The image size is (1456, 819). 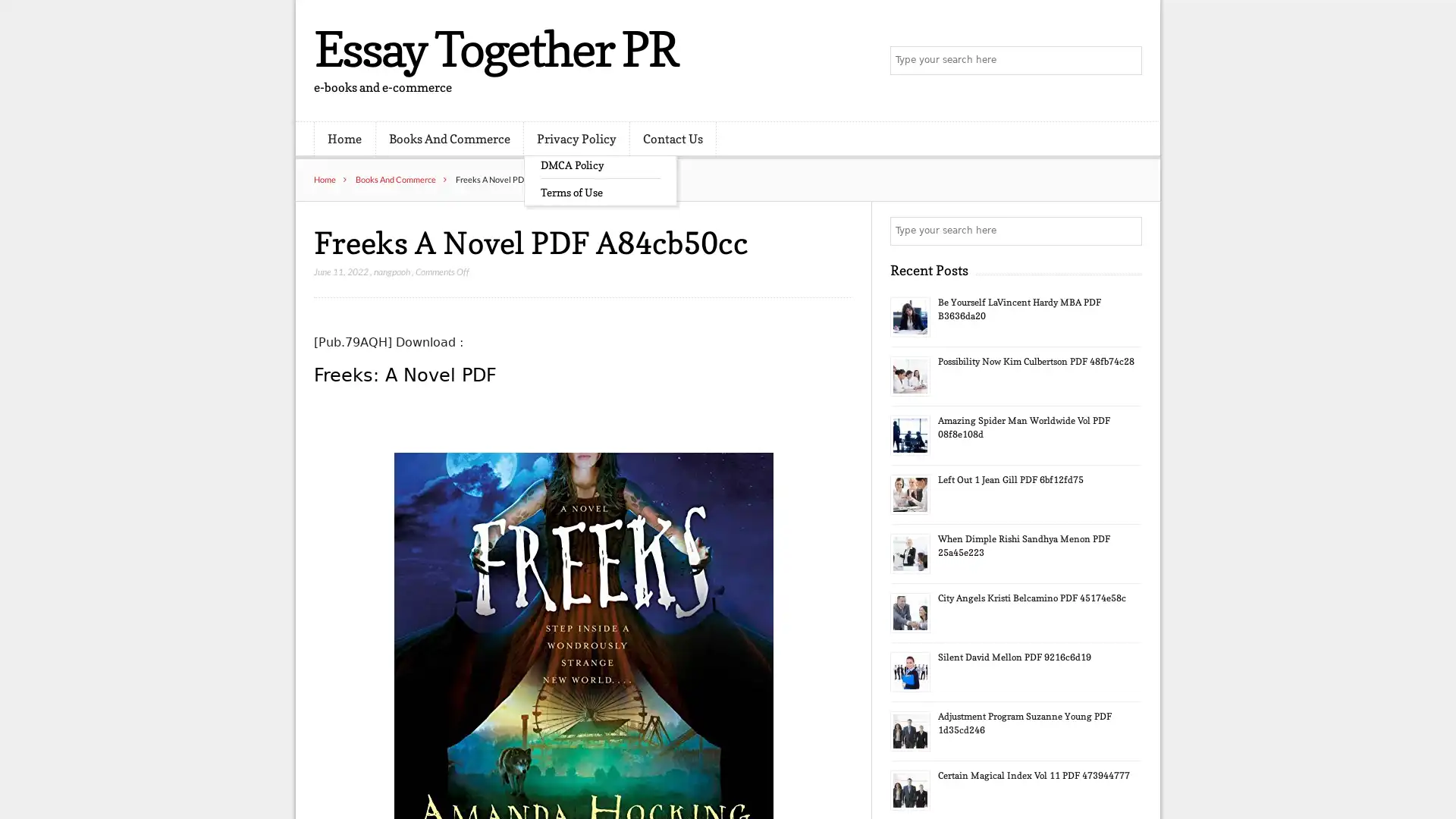 I want to click on Search, so click(x=1126, y=61).